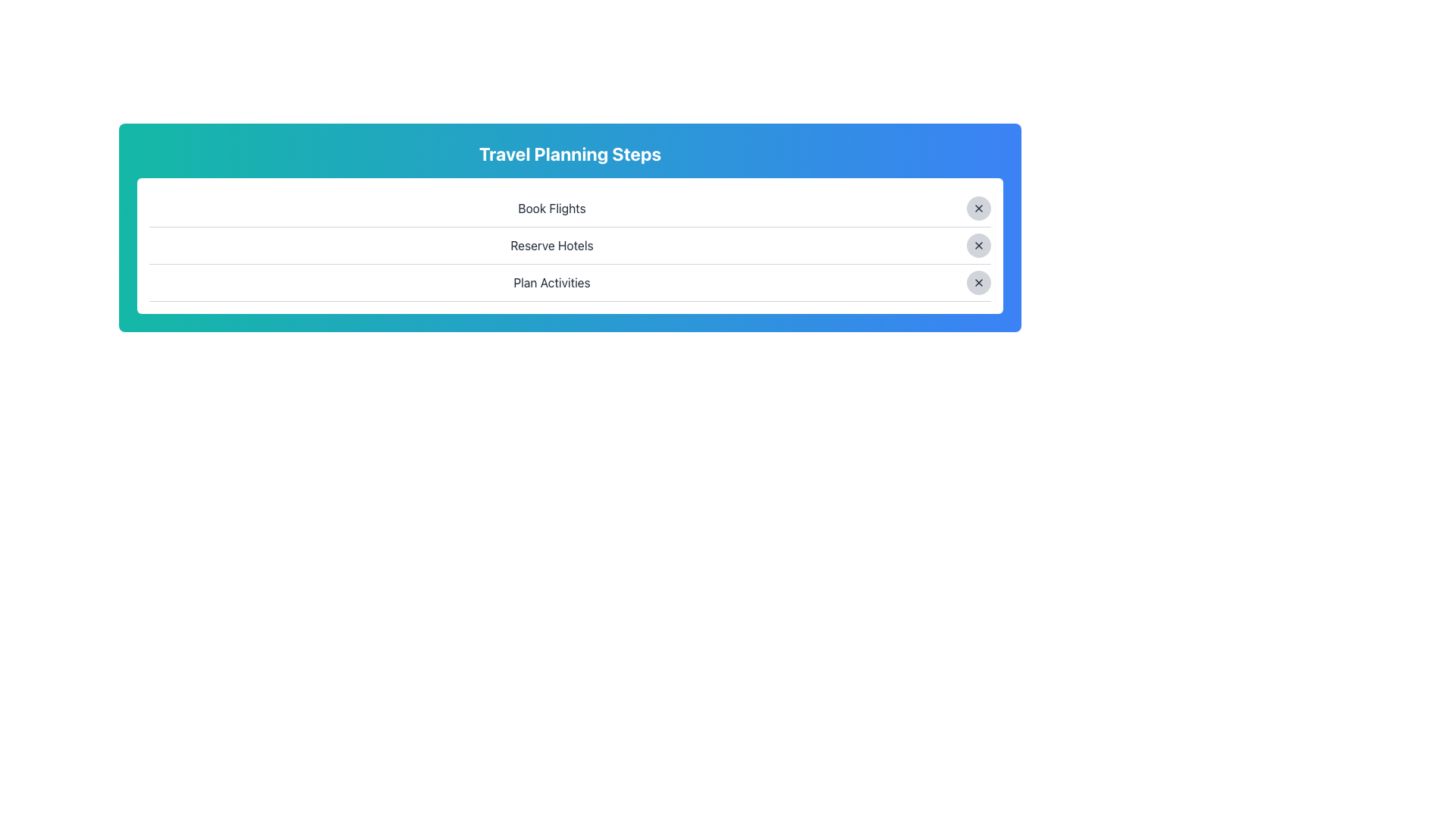  Describe the element at coordinates (570, 245) in the screenshot. I see `the 'Reserve Hotels' step in the travel planning process, located between 'Book Flights' and 'Plan Activities'` at that location.